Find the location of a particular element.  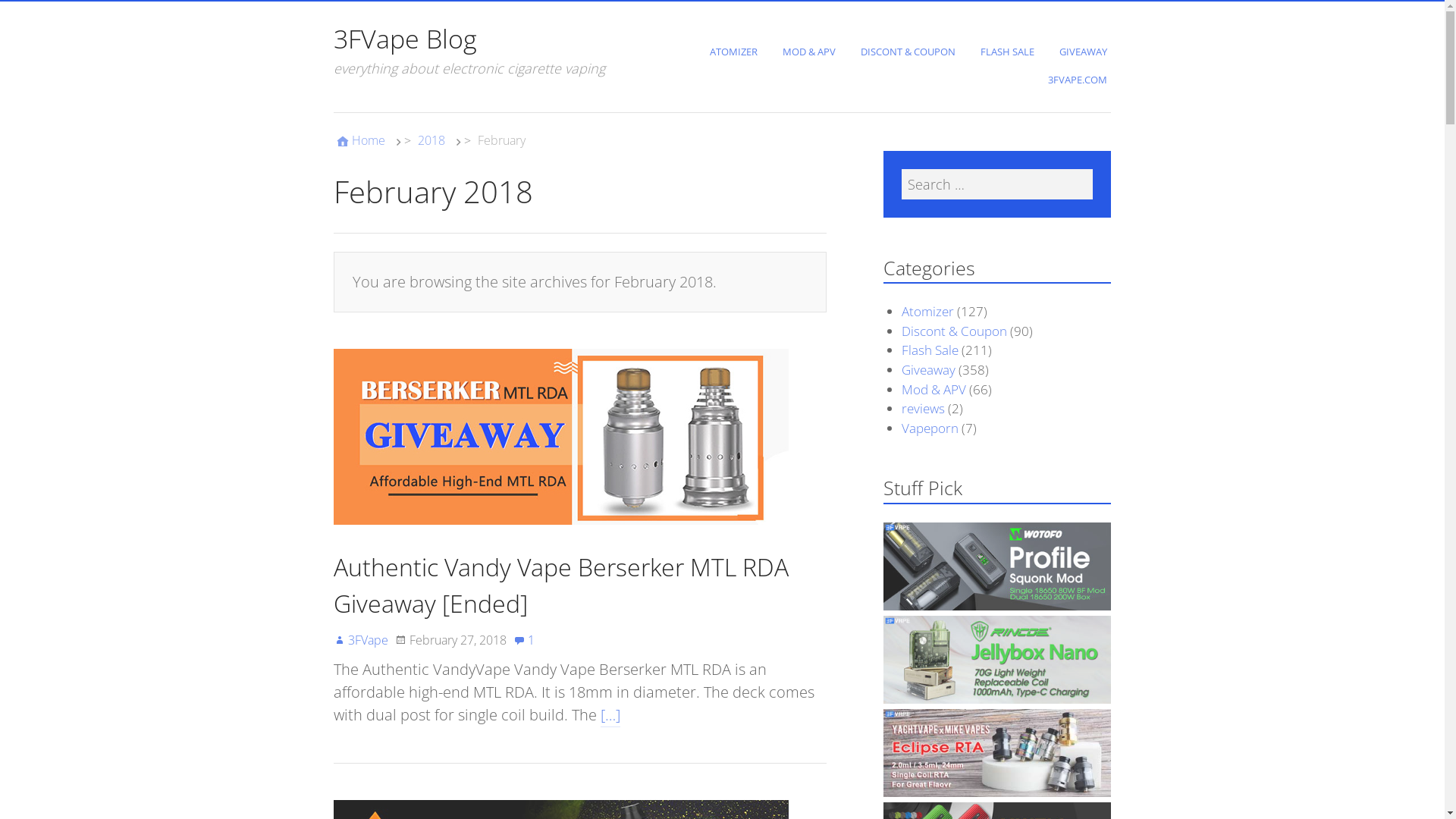

'MOD & APV' is located at coordinates (810, 51).